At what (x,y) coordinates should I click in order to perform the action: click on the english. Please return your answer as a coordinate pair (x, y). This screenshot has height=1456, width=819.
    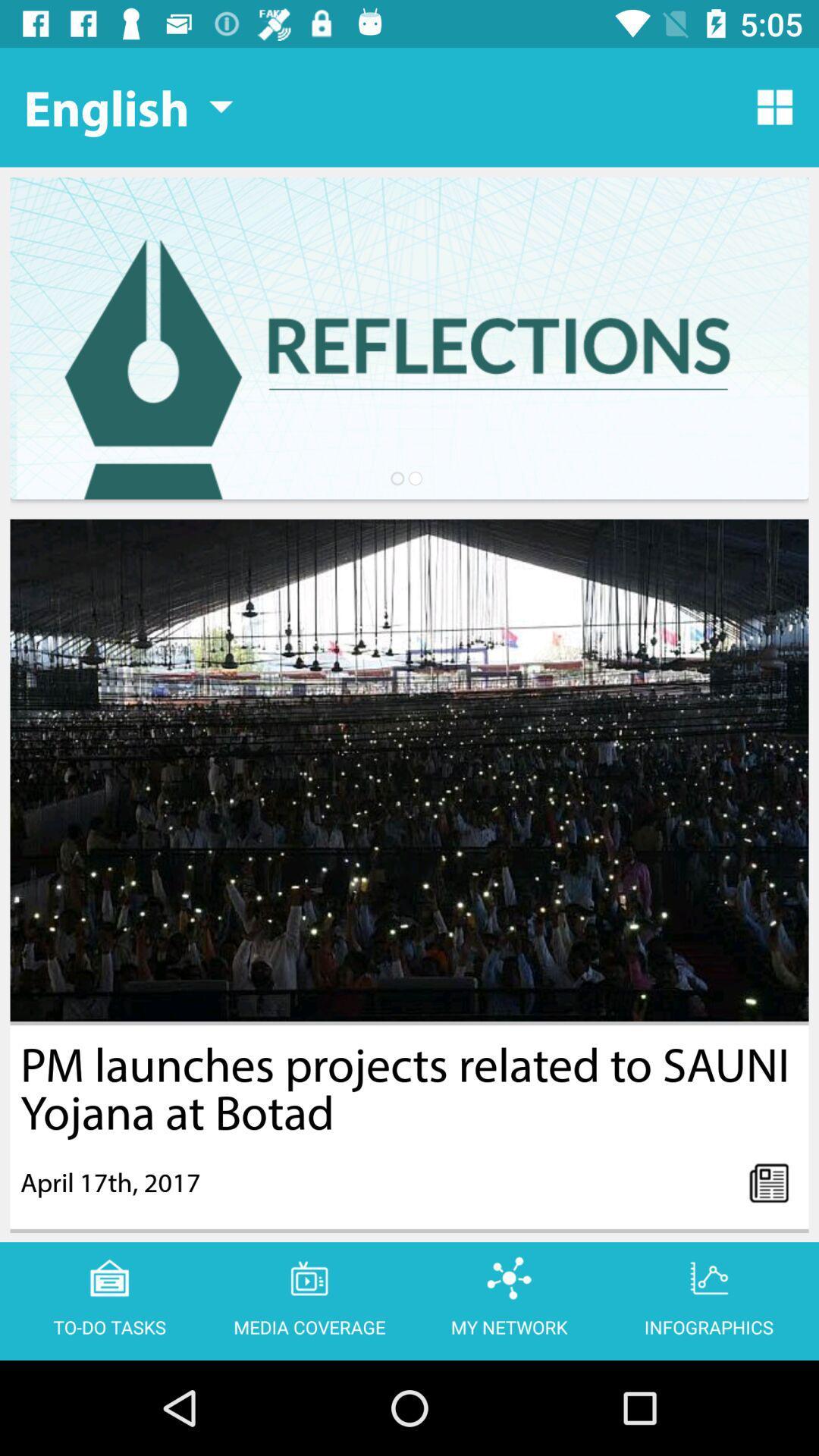
    Looking at the image, I should click on (127, 106).